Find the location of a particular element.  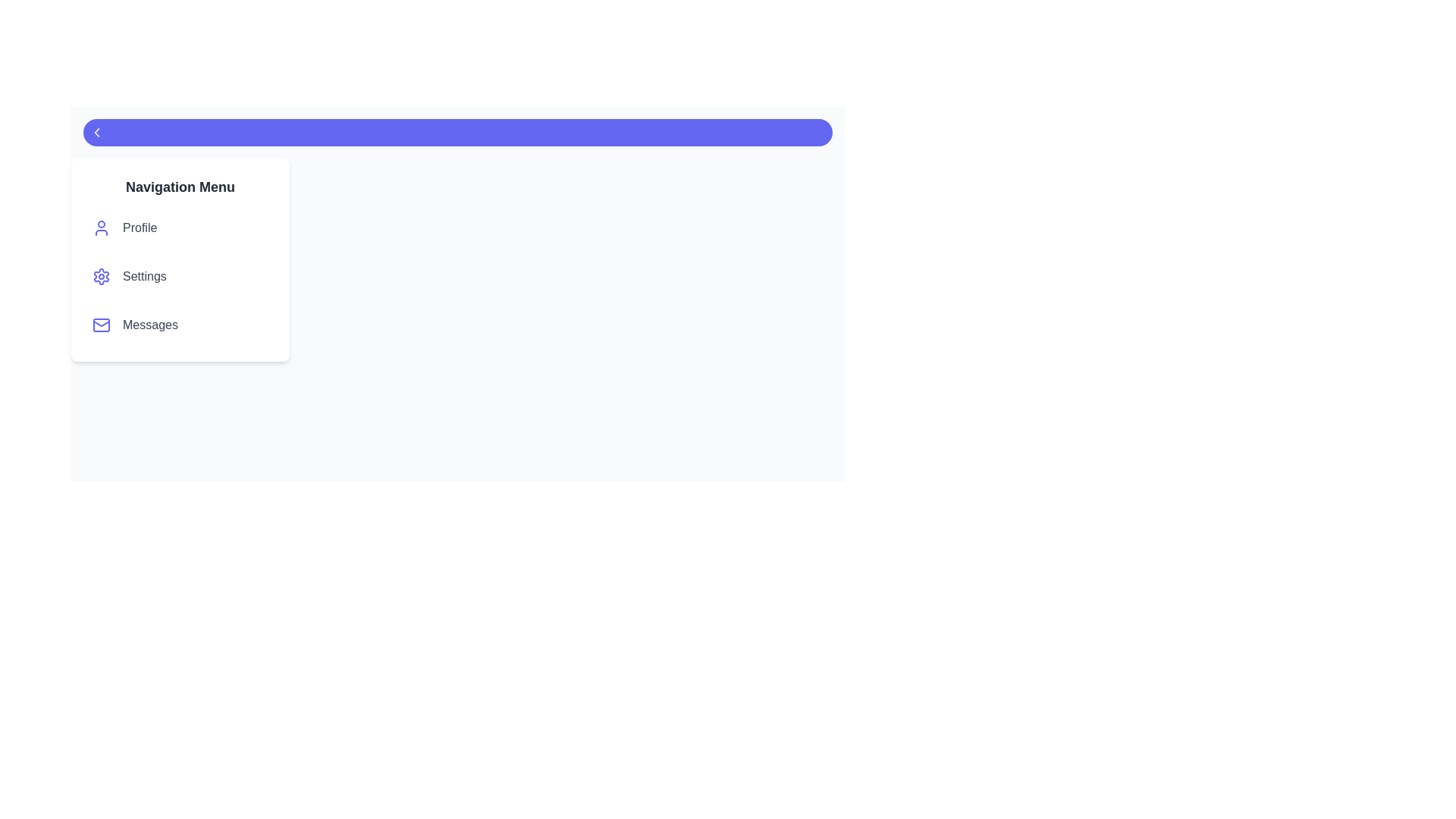

toggle button to toggle the drawer's visibility is located at coordinates (457, 131).